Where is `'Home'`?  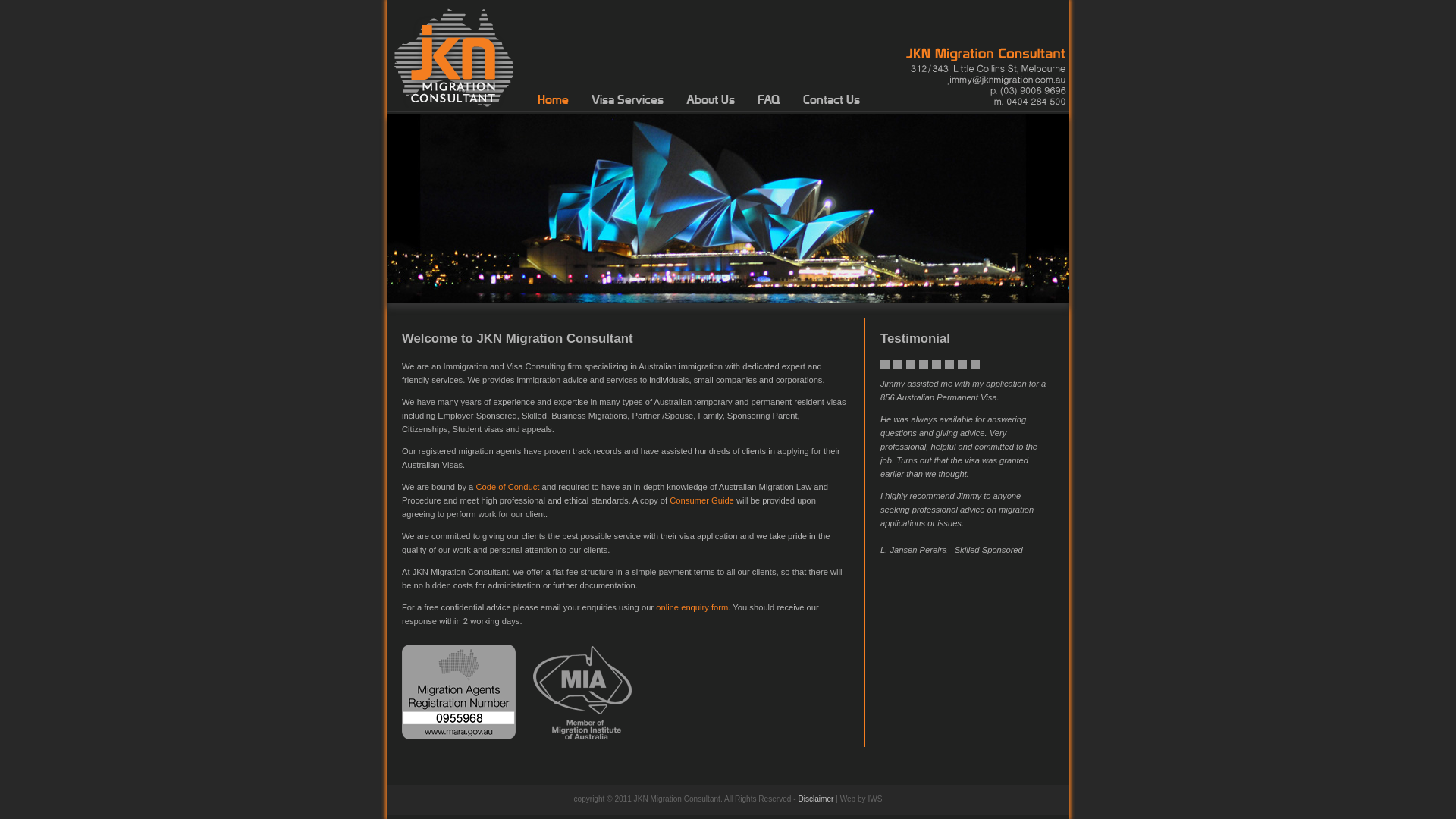
'Home' is located at coordinates (552, 99).